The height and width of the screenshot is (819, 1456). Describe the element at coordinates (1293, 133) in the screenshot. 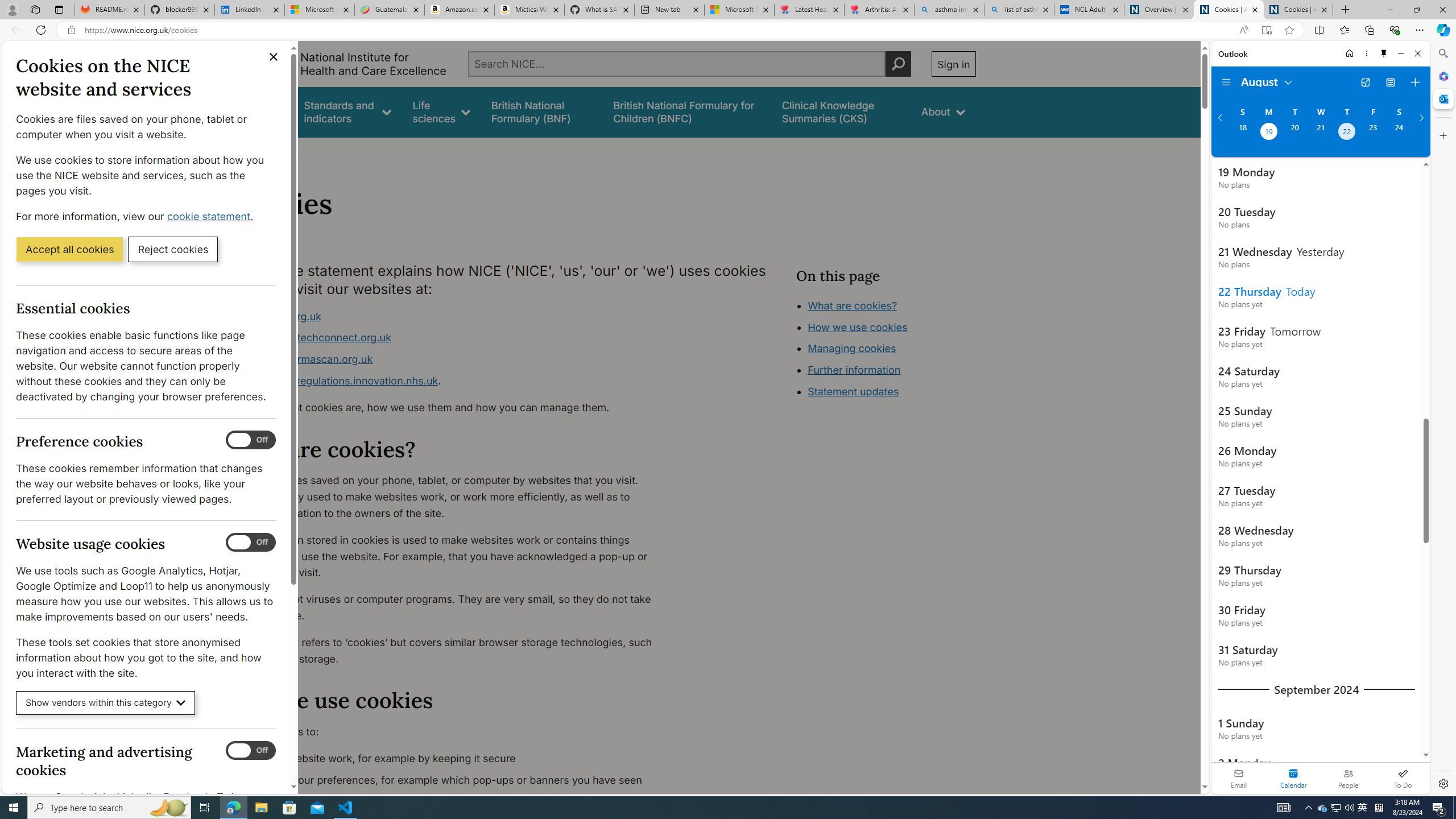

I see `'Tuesday, August 20, 2024. '` at that location.